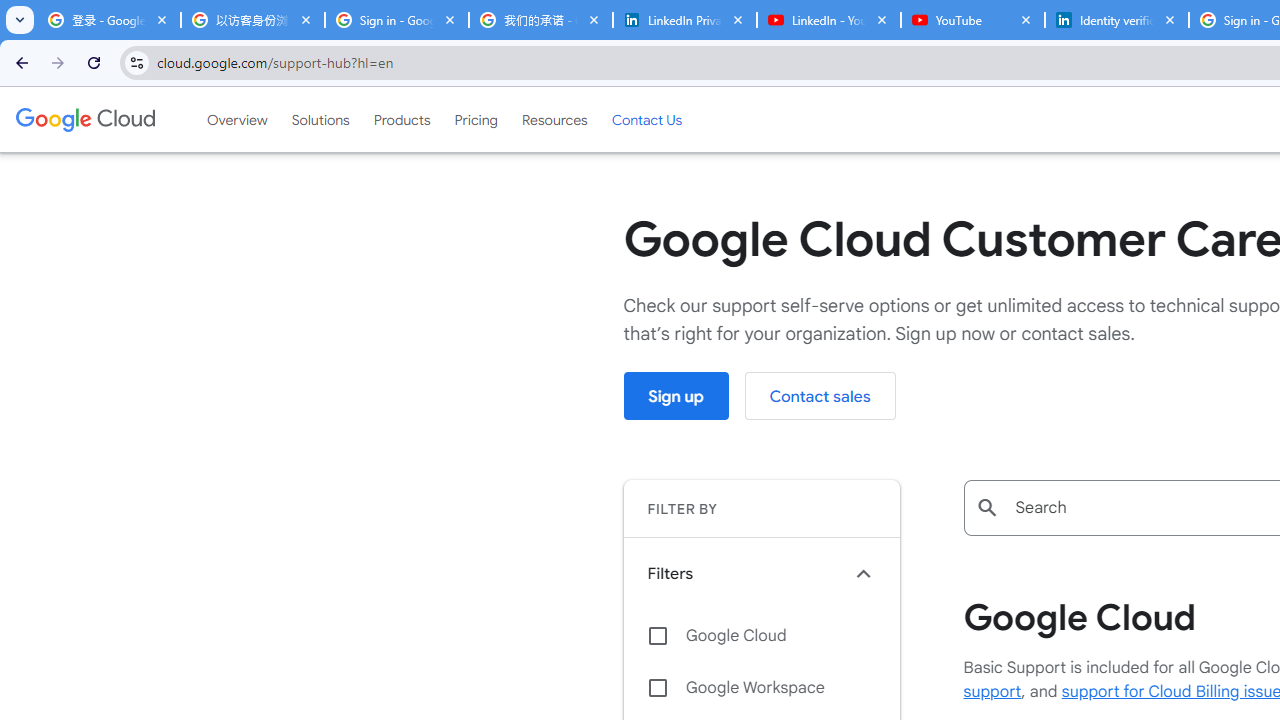 This screenshot has height=720, width=1280. I want to click on 'YouTube', so click(972, 20).